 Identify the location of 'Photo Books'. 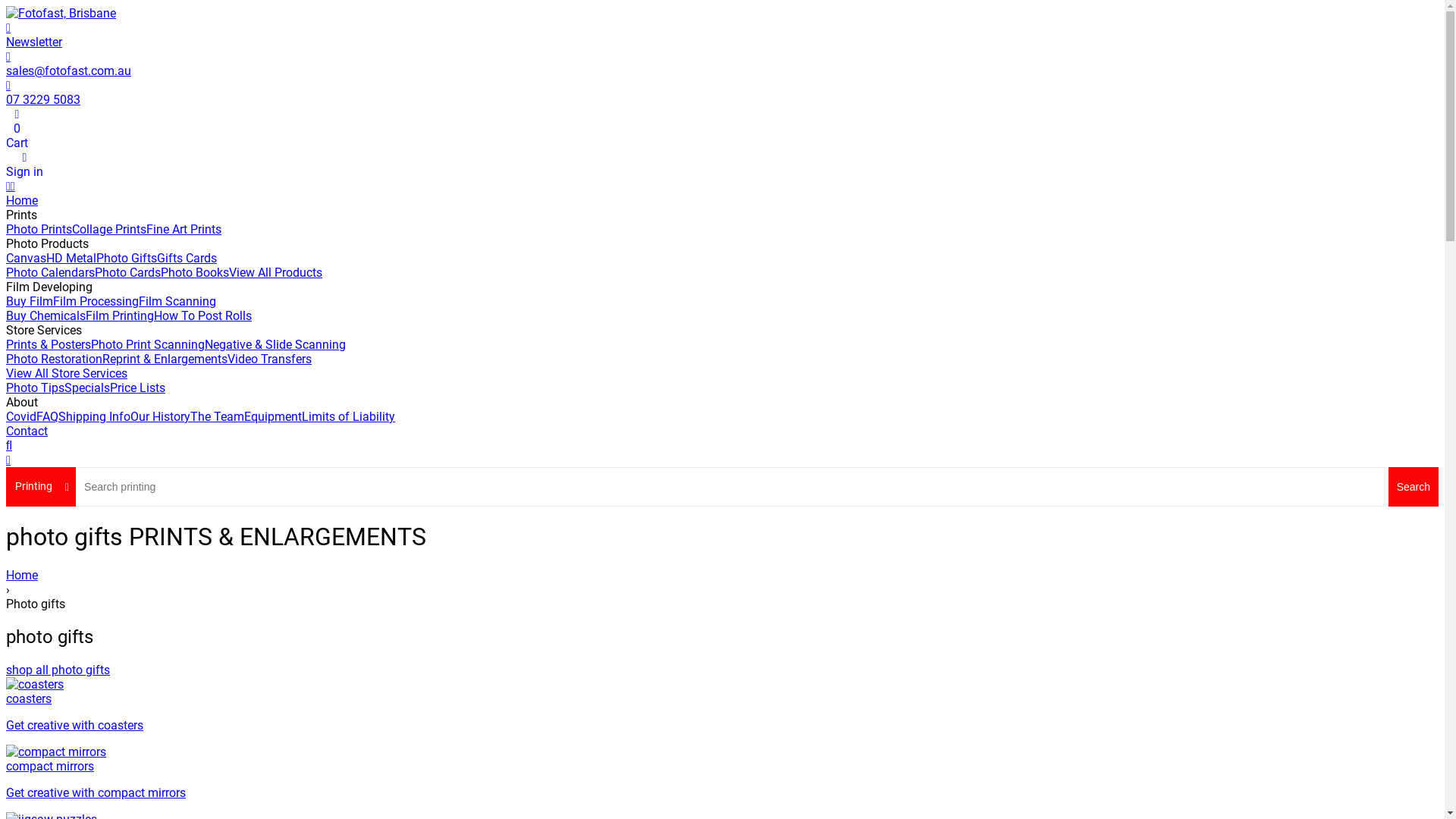
(160, 271).